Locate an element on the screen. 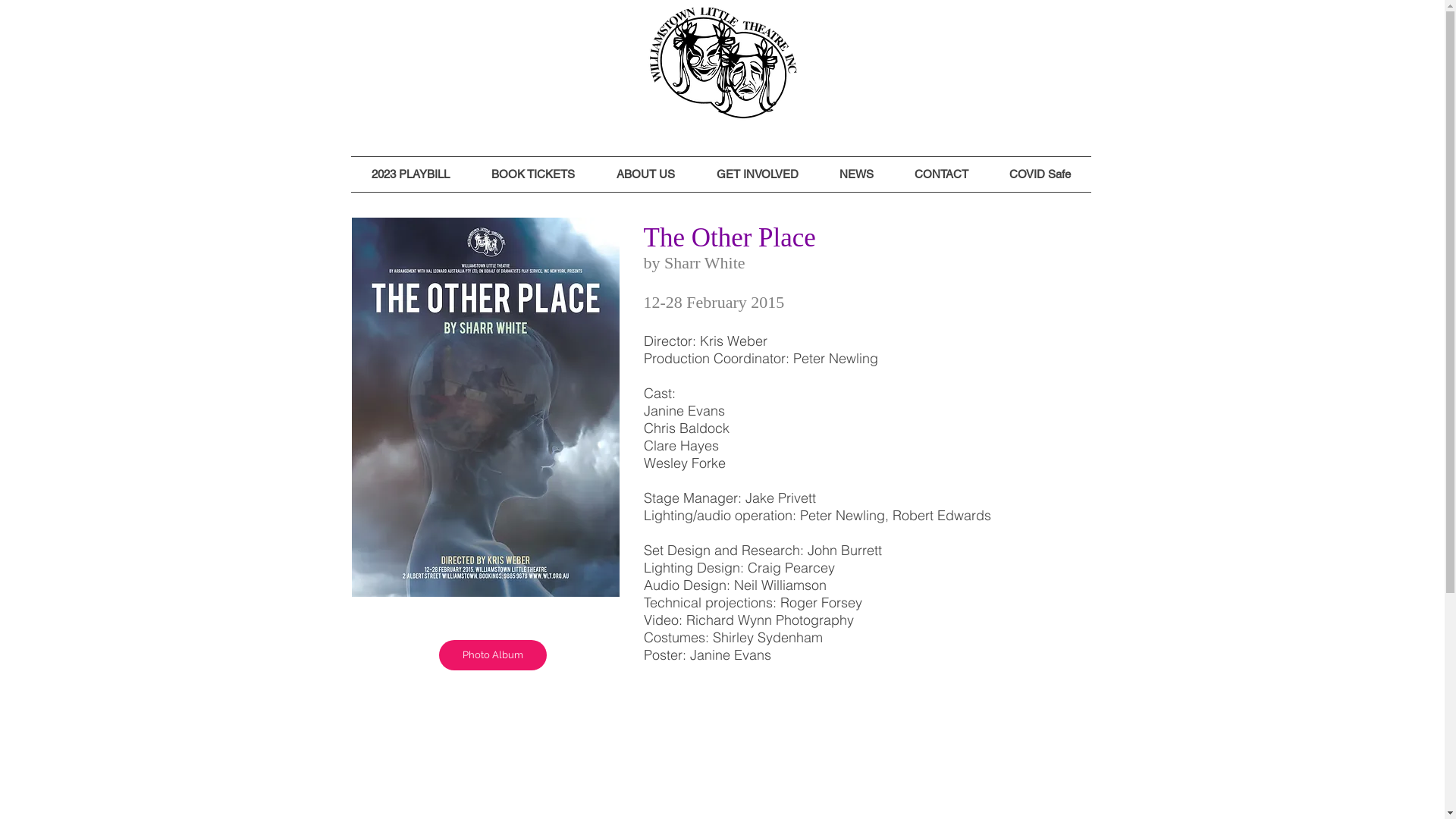 The width and height of the screenshot is (1456, 819). 'WLT_logo_K_2016 copy.jpg' is located at coordinates (723, 63).